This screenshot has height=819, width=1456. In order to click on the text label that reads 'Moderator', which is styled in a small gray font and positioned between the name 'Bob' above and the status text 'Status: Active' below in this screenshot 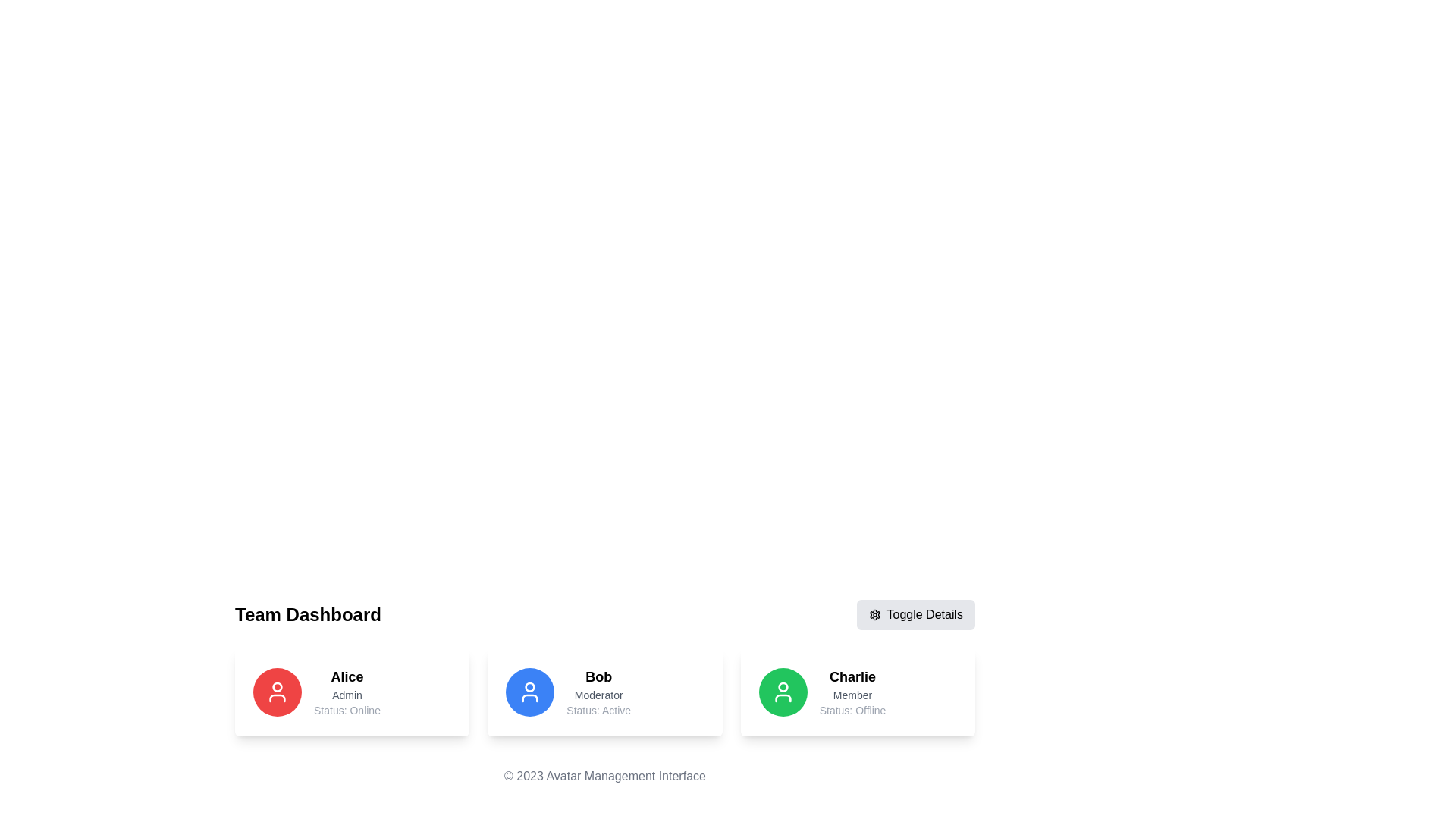, I will do `click(598, 695)`.